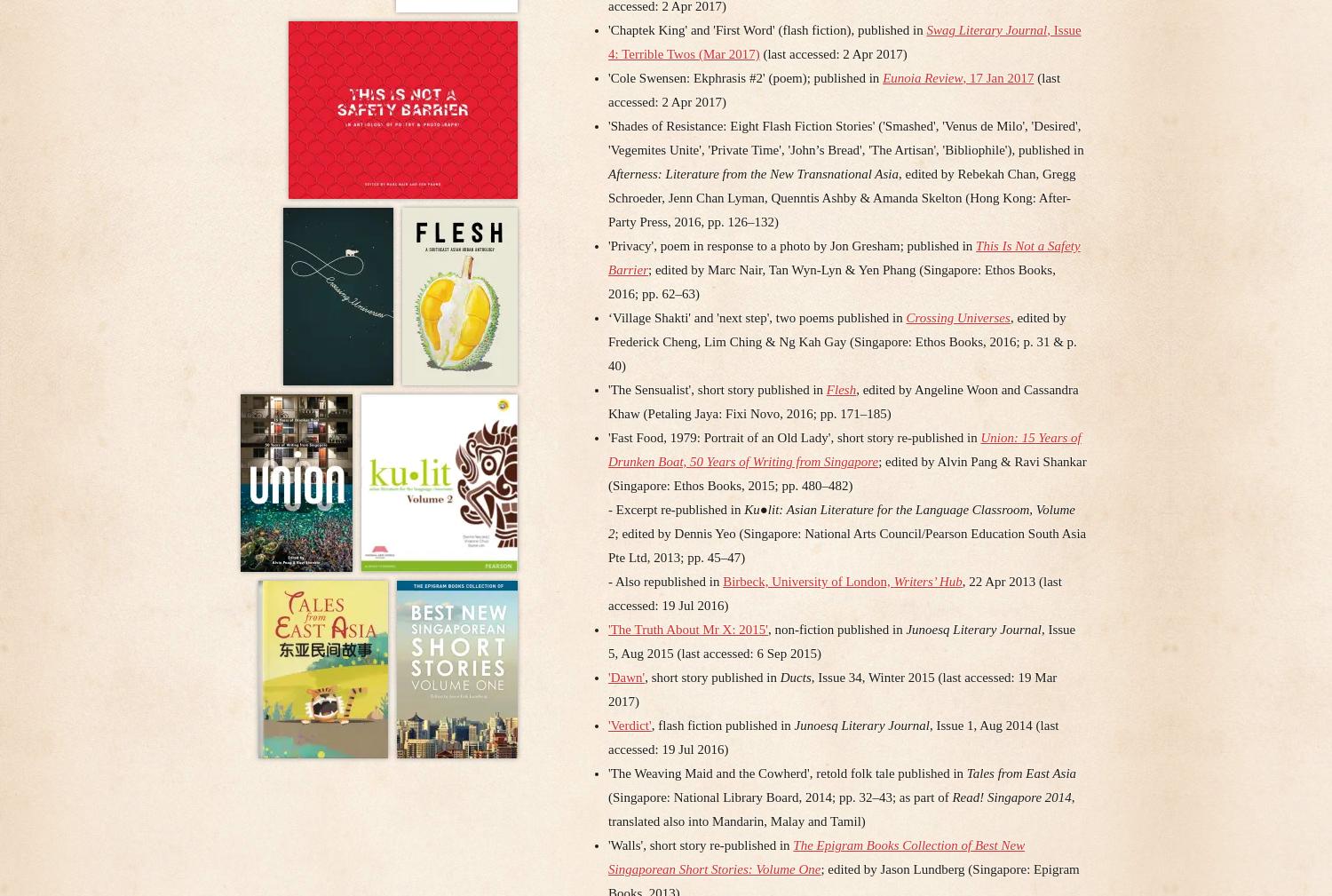 The image size is (1332, 896). What do you see at coordinates (846, 545) in the screenshot?
I see `'; edited by Dennis Yeo (Singapore: National Arts Council/Pearson Education South Asia Pte Ltd, 2013; pp. 45–47)'` at bounding box center [846, 545].